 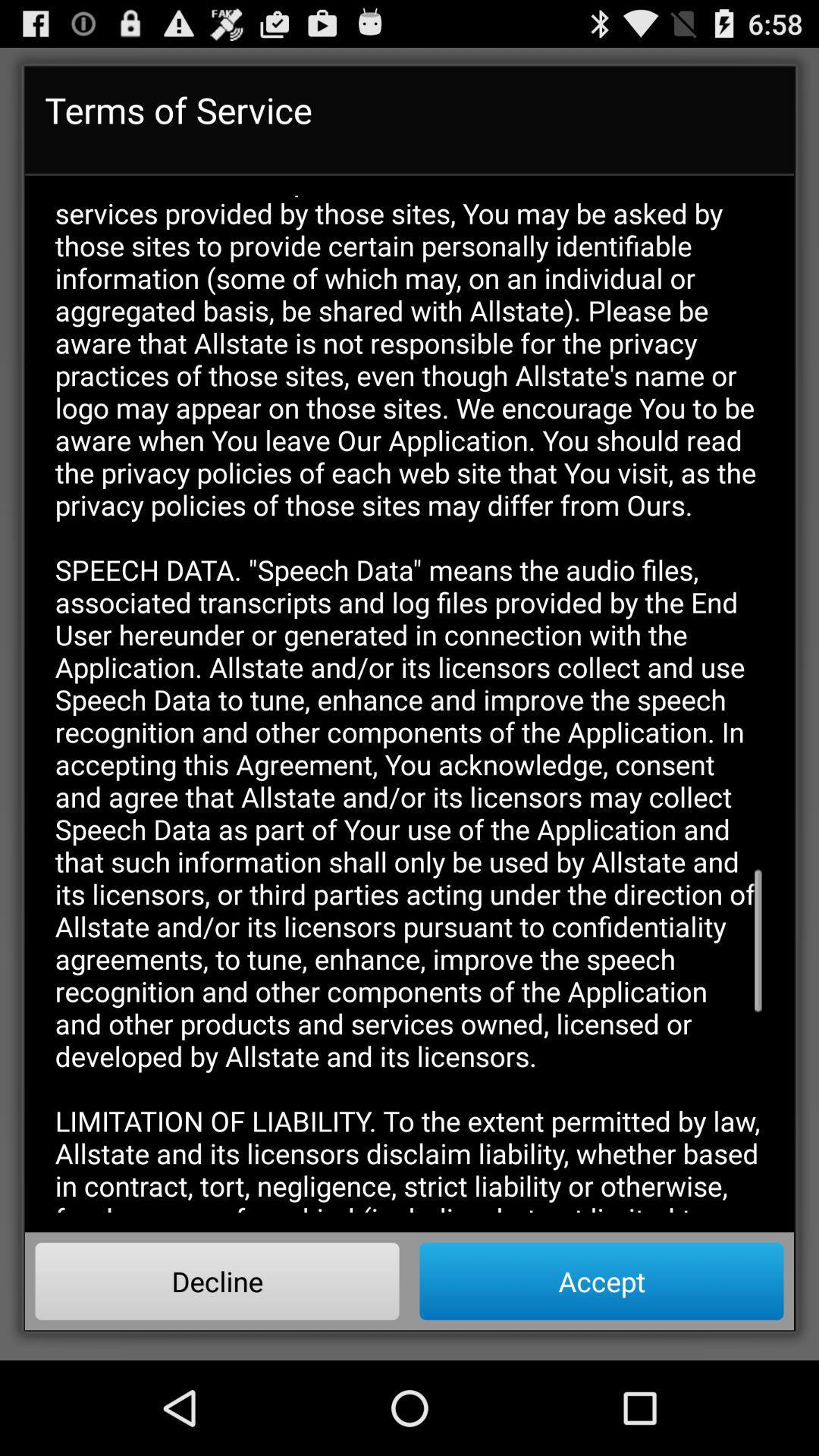 What do you see at coordinates (217, 1280) in the screenshot?
I see `icon next to the accept button` at bounding box center [217, 1280].